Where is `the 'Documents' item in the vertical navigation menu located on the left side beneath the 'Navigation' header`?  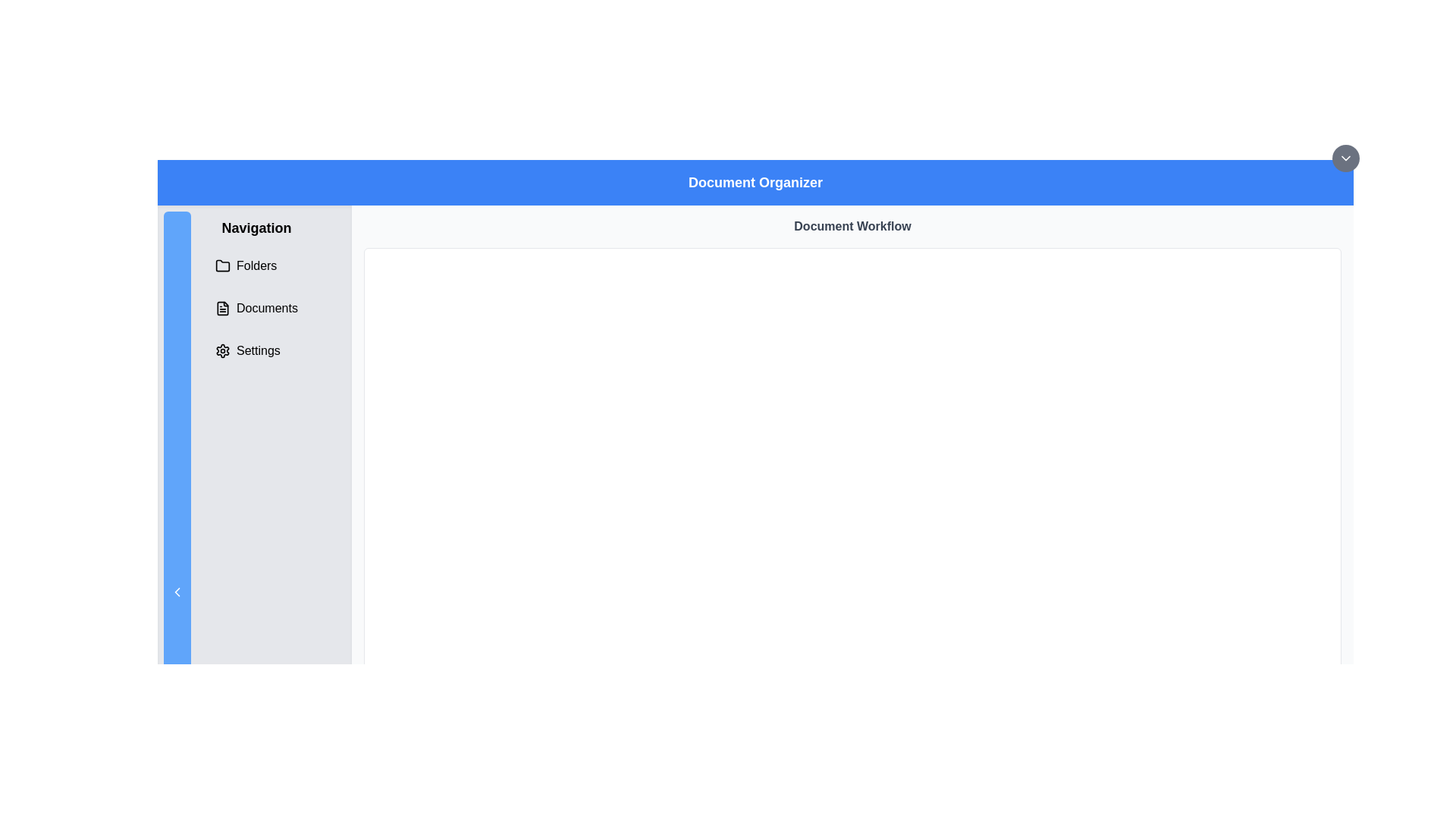
the 'Documents' item in the vertical navigation menu located on the left side beneath the 'Navigation' header is located at coordinates (256, 308).